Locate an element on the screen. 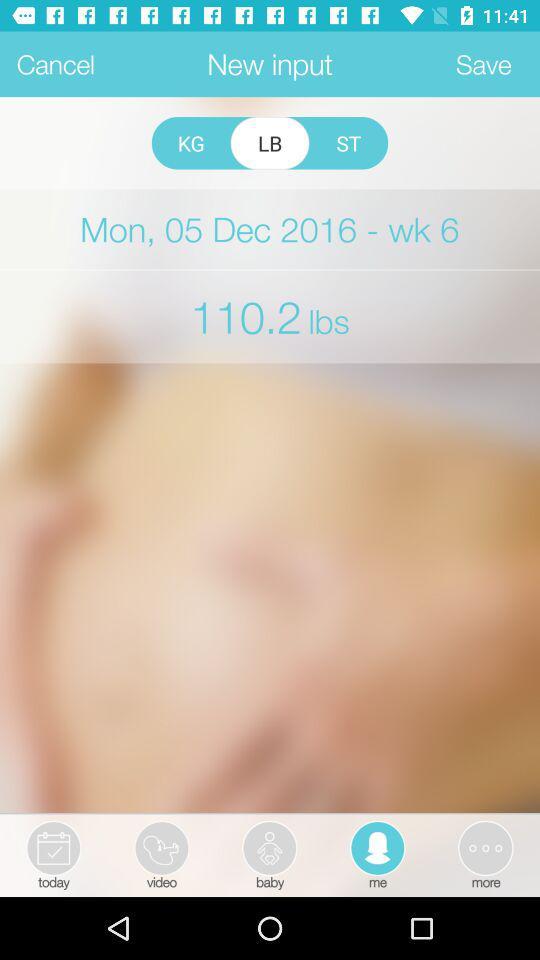  item next to the lb is located at coordinates (191, 142).